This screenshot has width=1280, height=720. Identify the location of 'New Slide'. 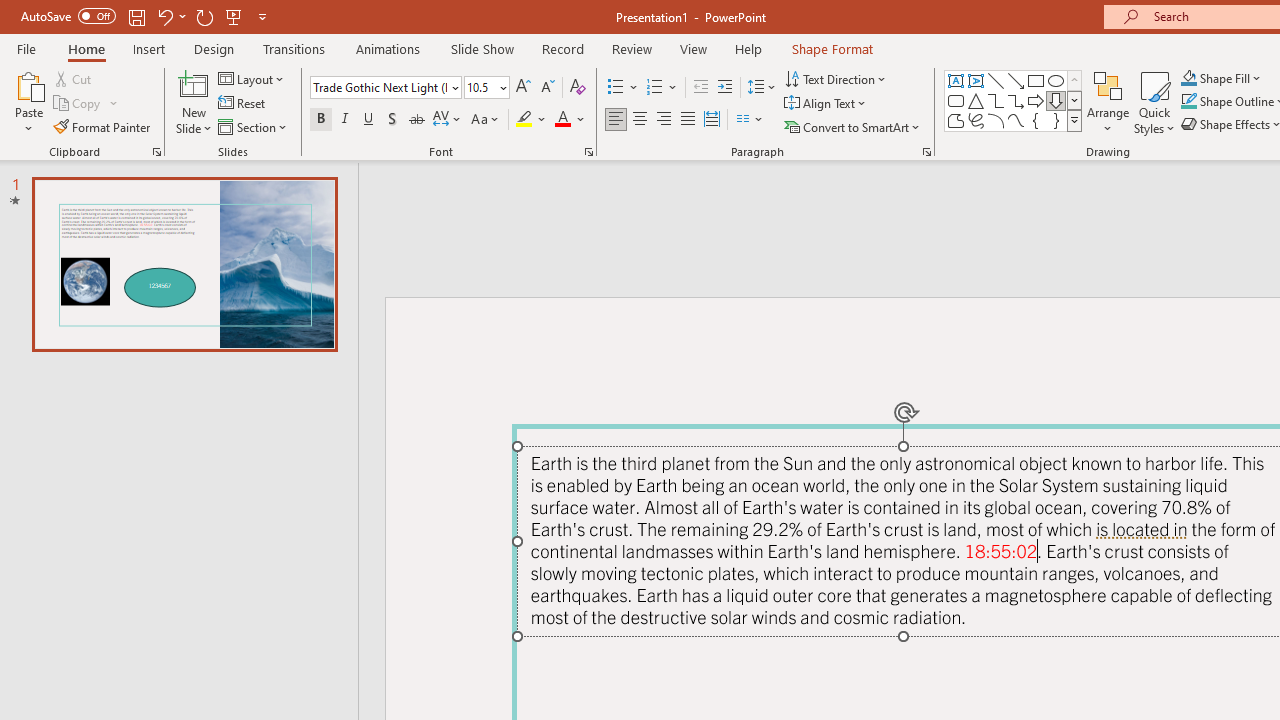
(193, 103).